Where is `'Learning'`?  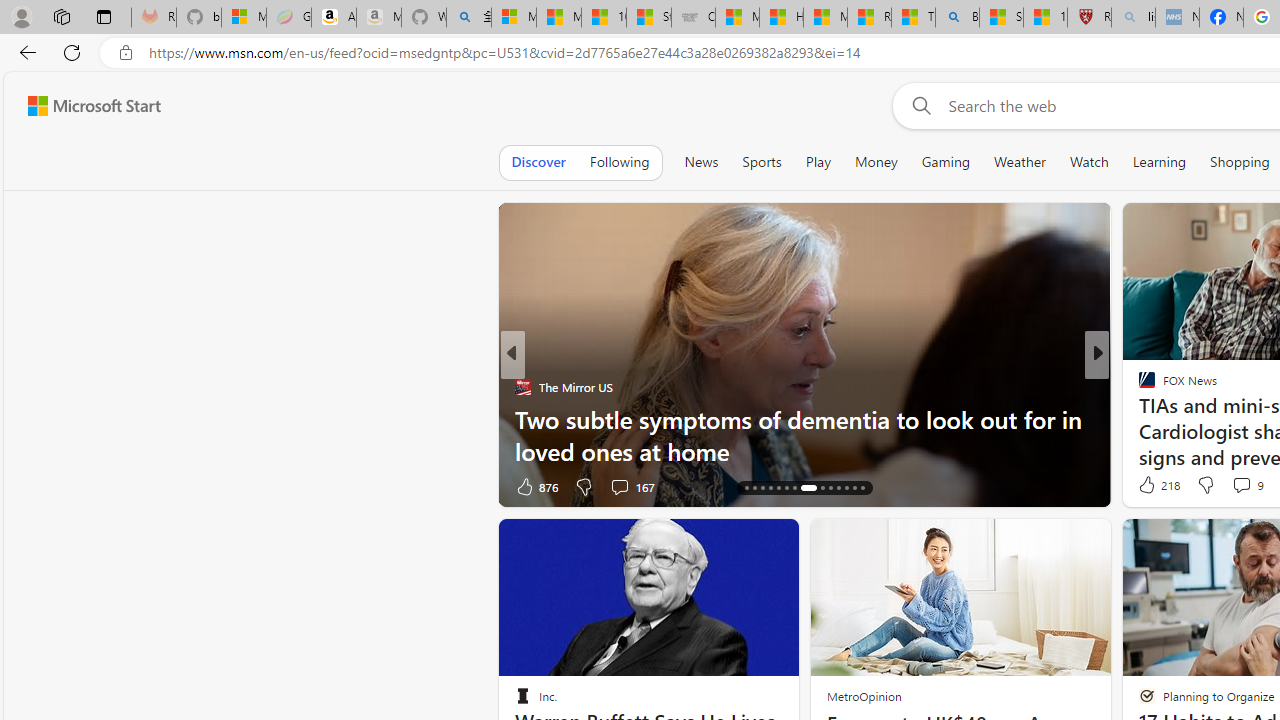
'Learning' is located at coordinates (1159, 161).